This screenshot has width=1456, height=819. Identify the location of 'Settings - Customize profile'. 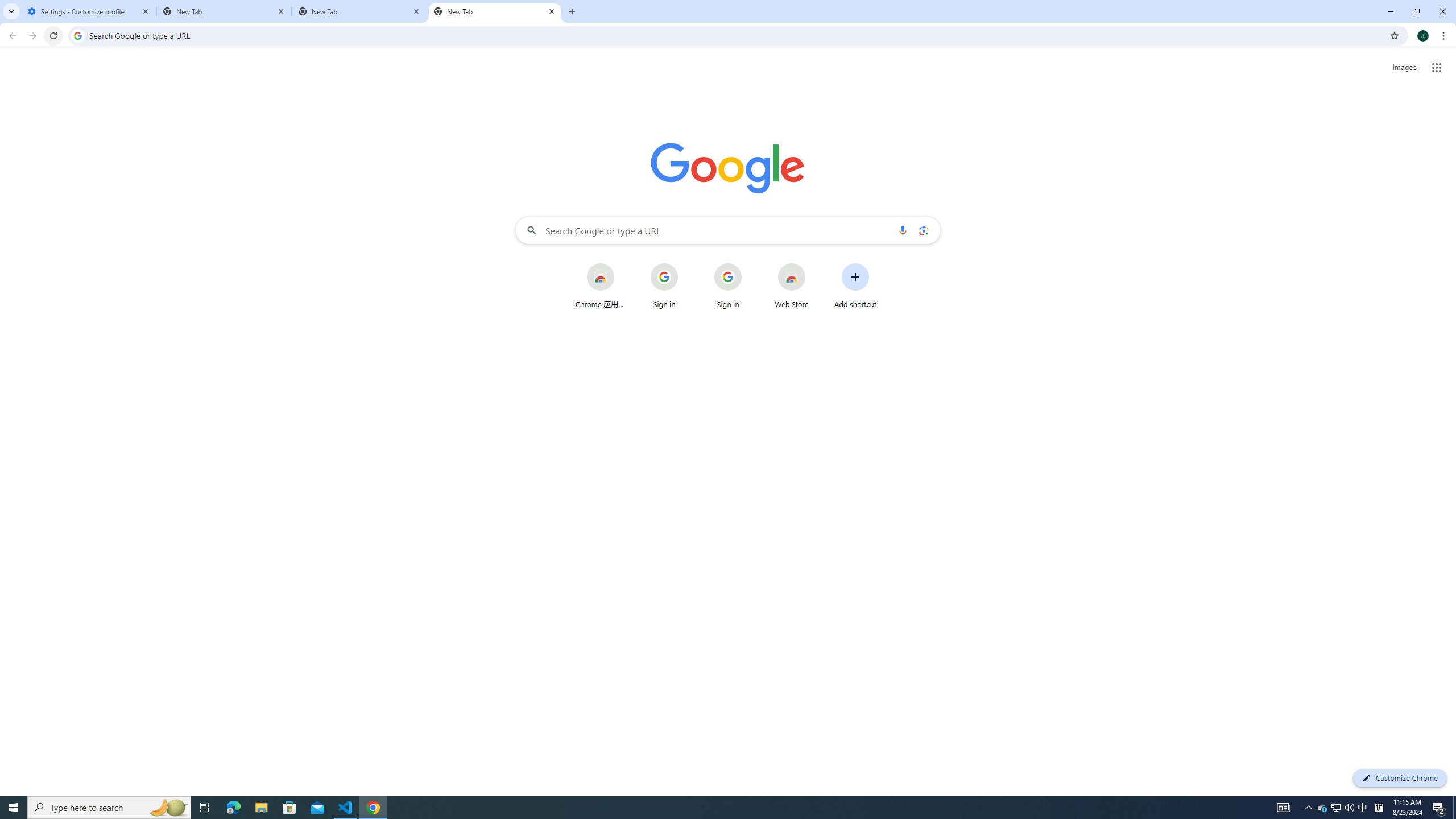
(88, 11).